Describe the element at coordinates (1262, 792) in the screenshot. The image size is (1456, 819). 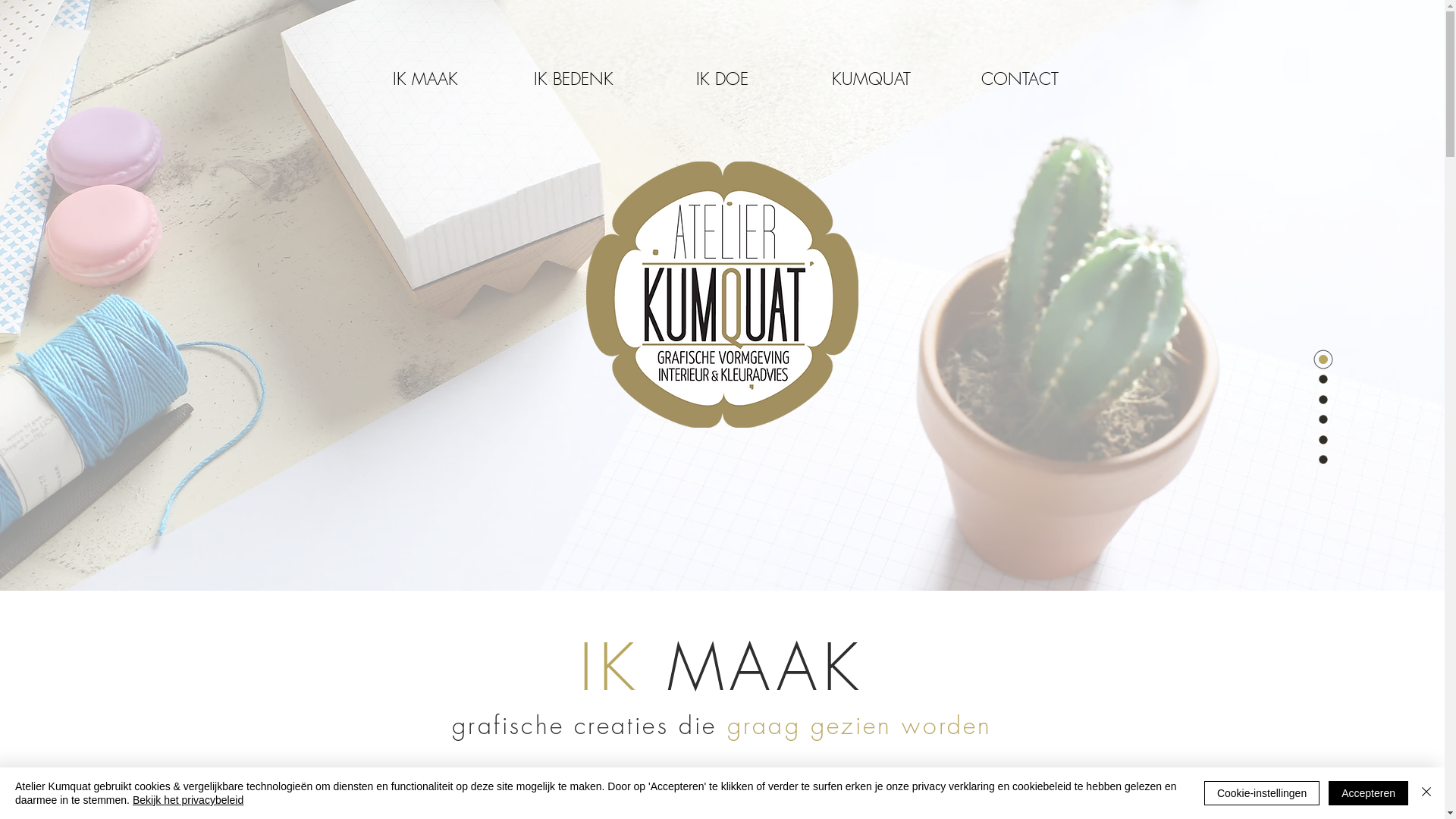
I see `'Cookie-instellingen'` at that location.